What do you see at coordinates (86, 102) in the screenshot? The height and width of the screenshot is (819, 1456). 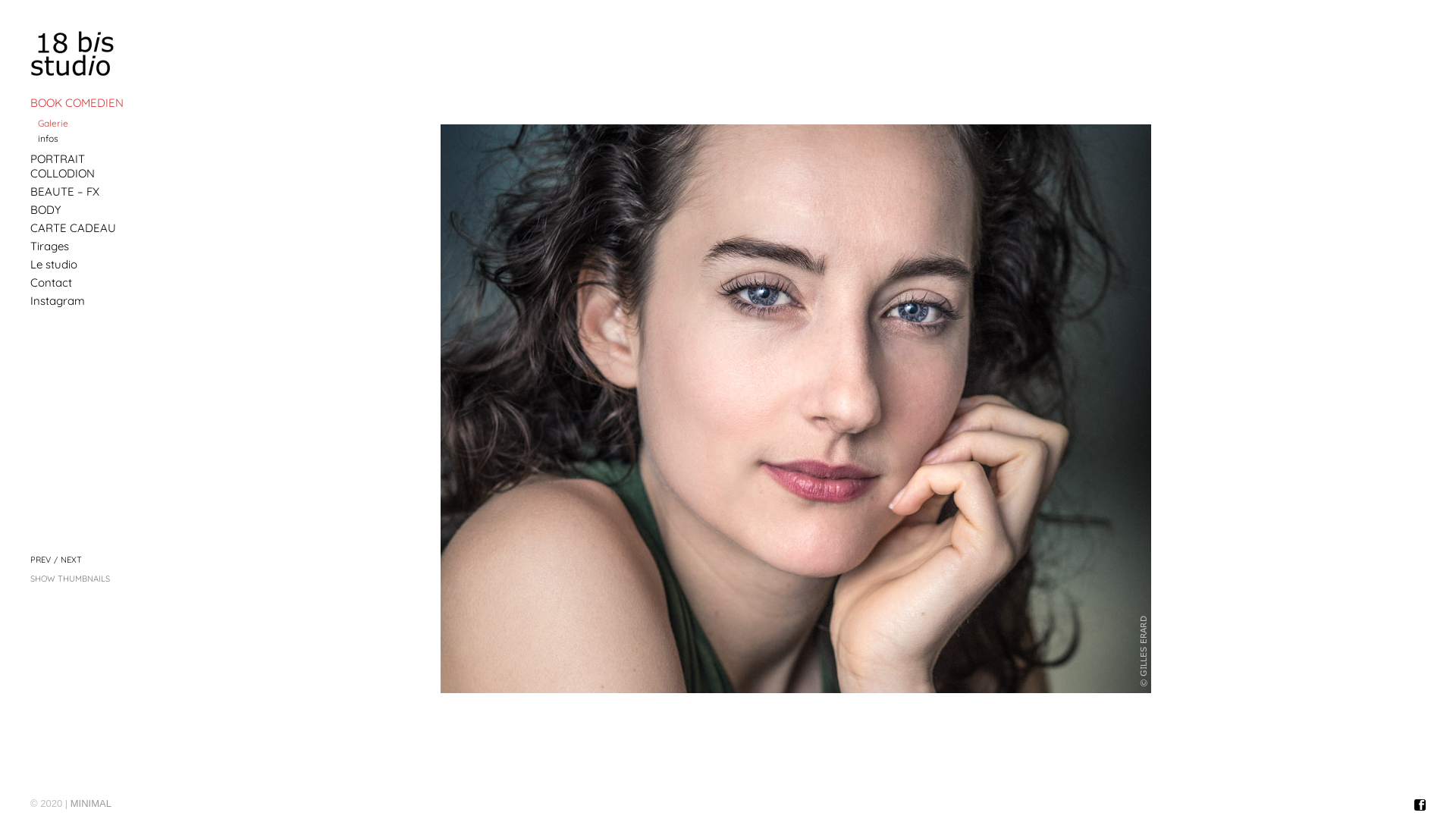 I see `'BOOK COMEDIEN'` at bounding box center [86, 102].